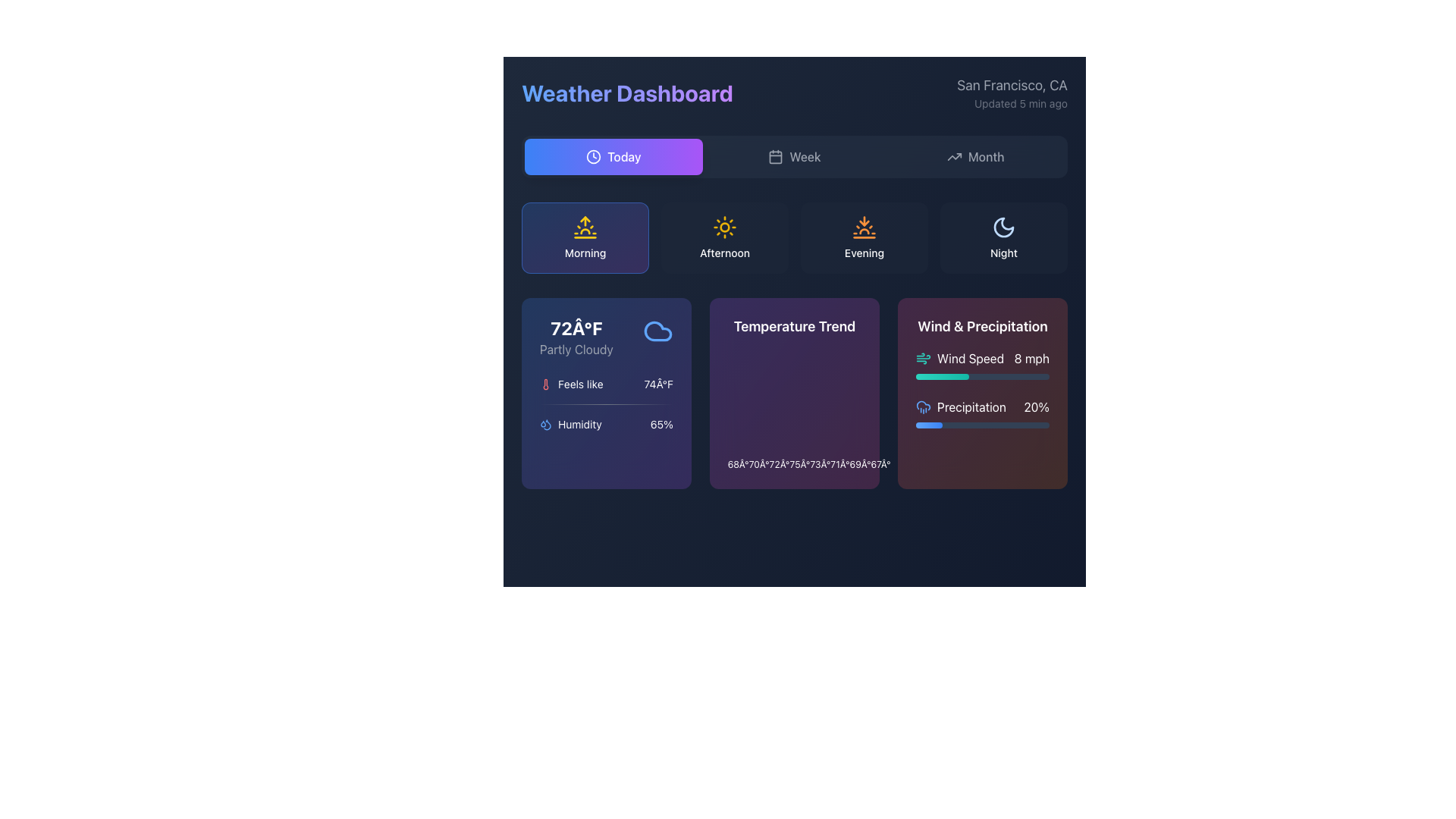 This screenshot has height=819, width=1456. What do you see at coordinates (1036, 406) in the screenshot?
I see `the Text Label displaying precipitation probability, located at the bottom-right corner of the 'Wind & Precipitation' section` at bounding box center [1036, 406].